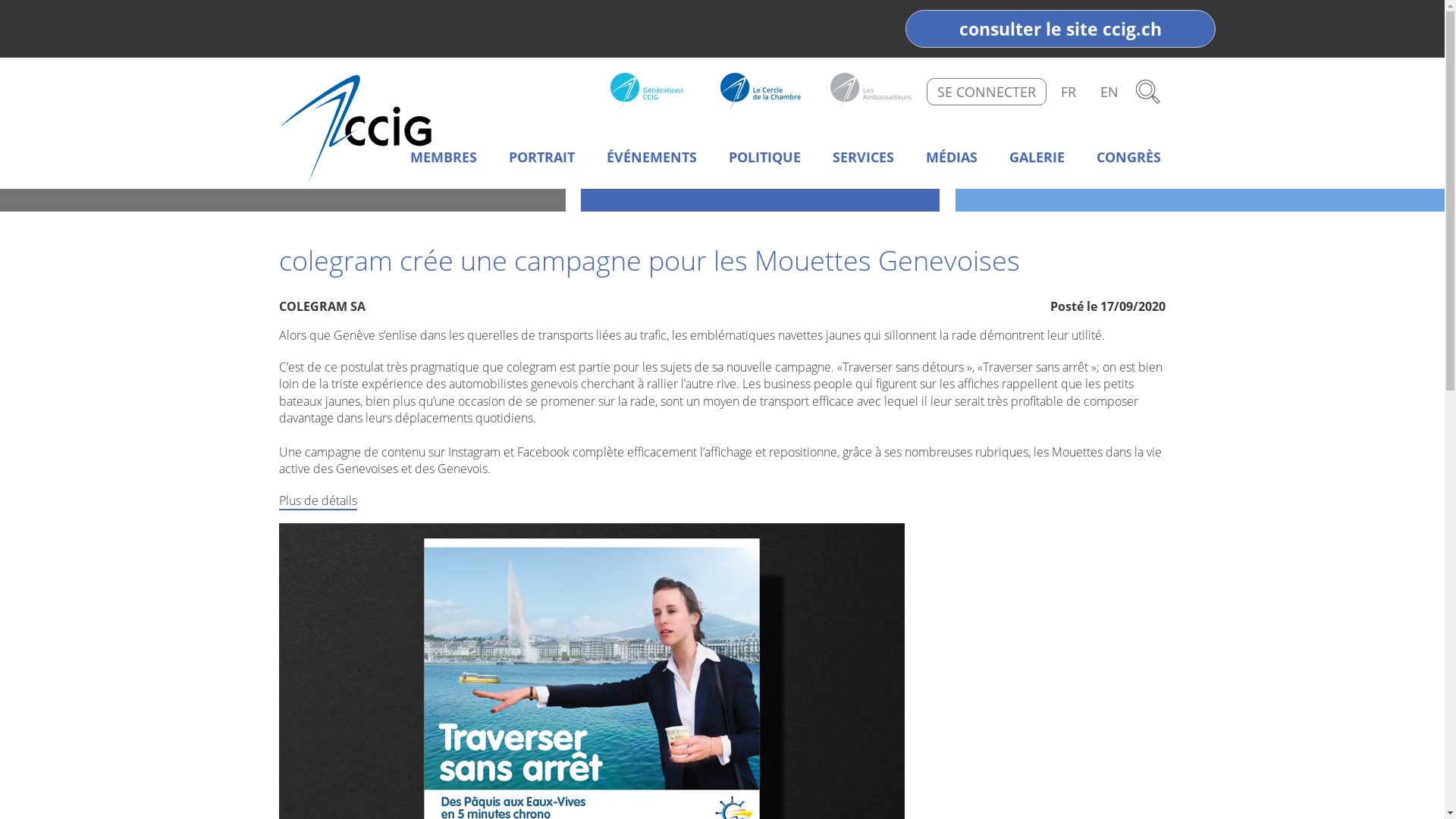  What do you see at coordinates (1109, 91) in the screenshot?
I see `'EN'` at bounding box center [1109, 91].